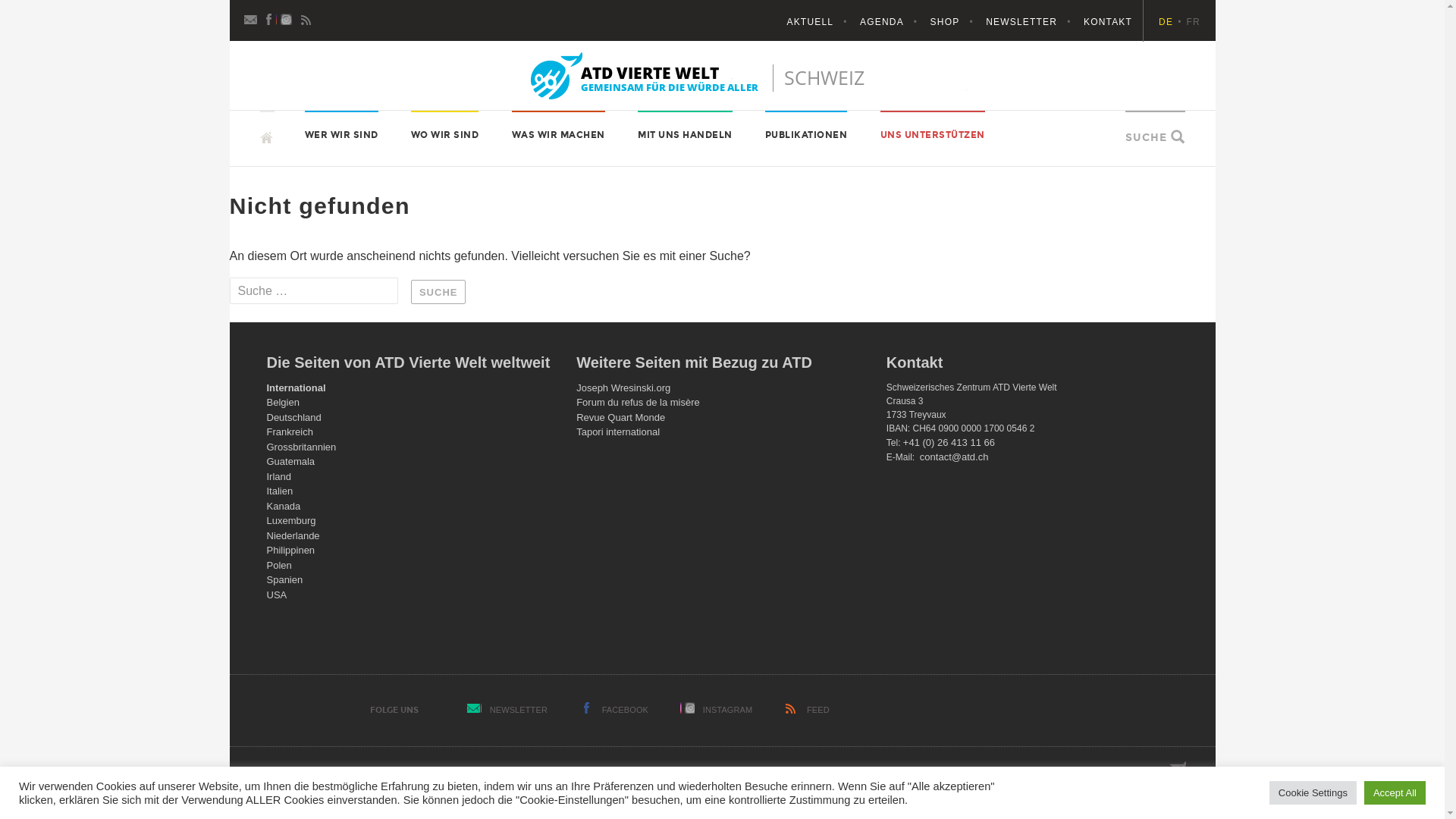 This screenshot has height=819, width=1456. Describe the element at coordinates (411, 133) in the screenshot. I see `'WO WIR SIND'` at that location.